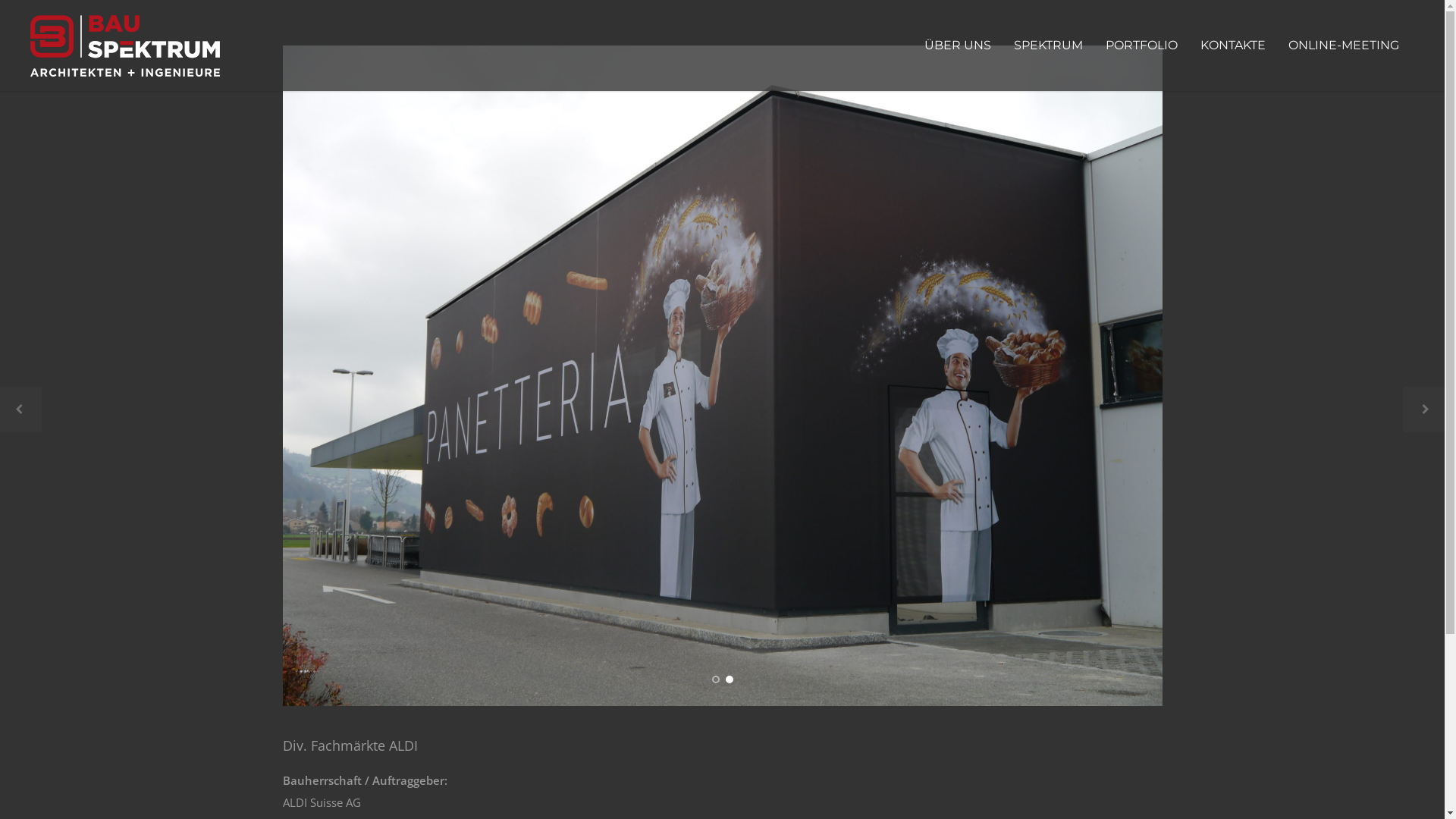 The width and height of the screenshot is (1456, 819). What do you see at coordinates (728, 678) in the screenshot?
I see `'2'` at bounding box center [728, 678].